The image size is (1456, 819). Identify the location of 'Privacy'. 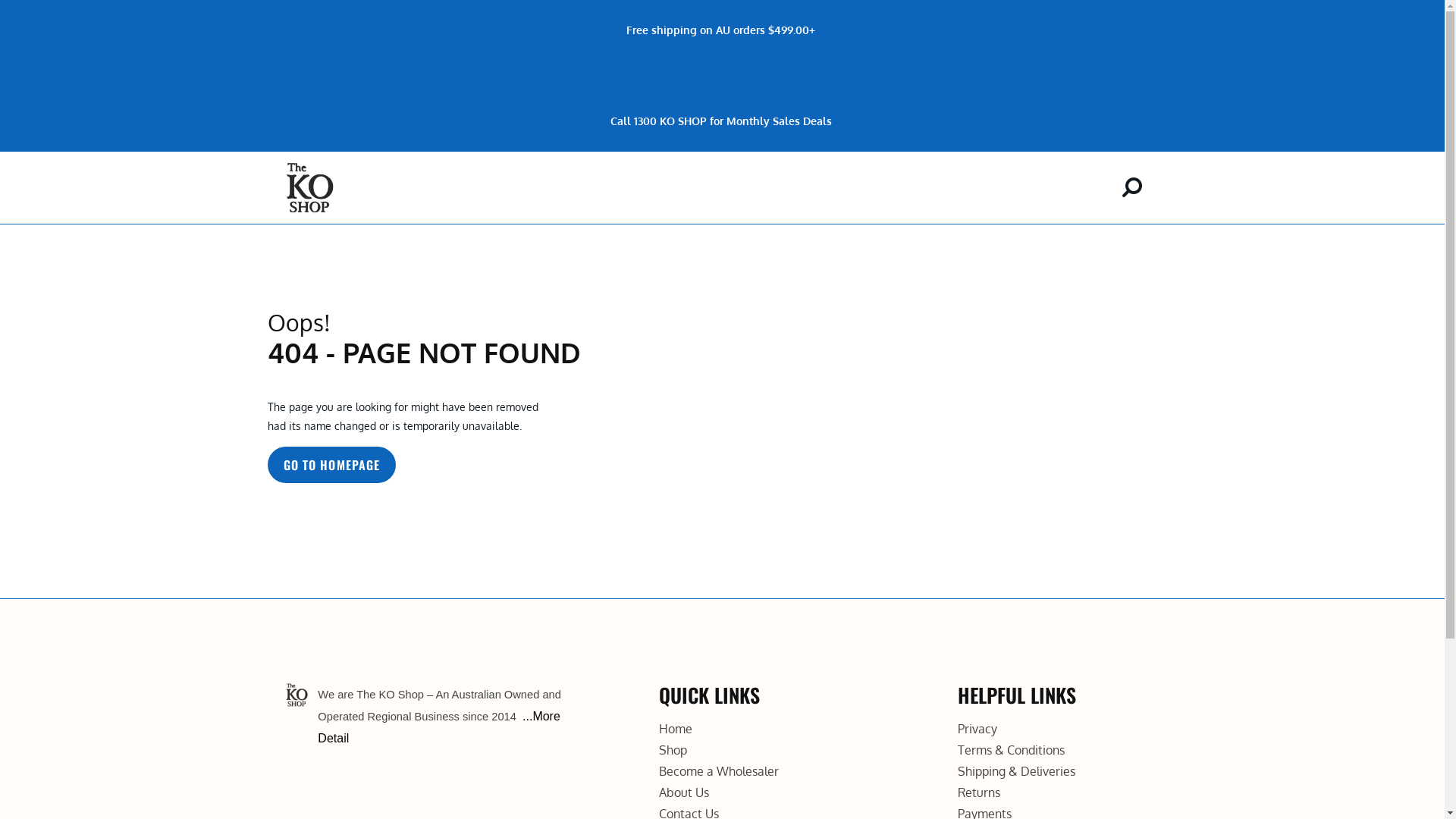
(977, 727).